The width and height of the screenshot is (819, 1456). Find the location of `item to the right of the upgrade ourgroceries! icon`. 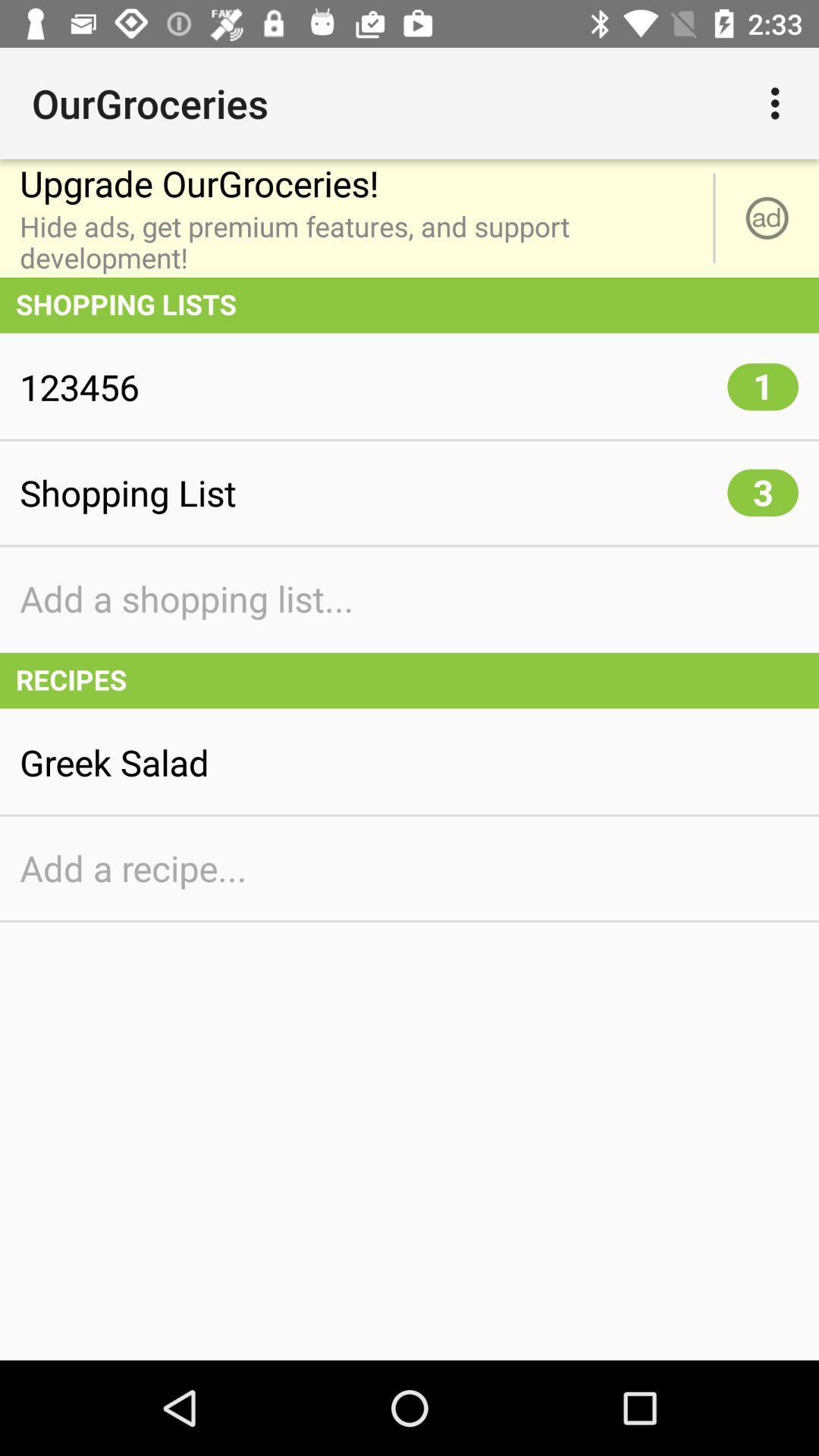

item to the right of the upgrade ourgroceries! icon is located at coordinates (767, 218).